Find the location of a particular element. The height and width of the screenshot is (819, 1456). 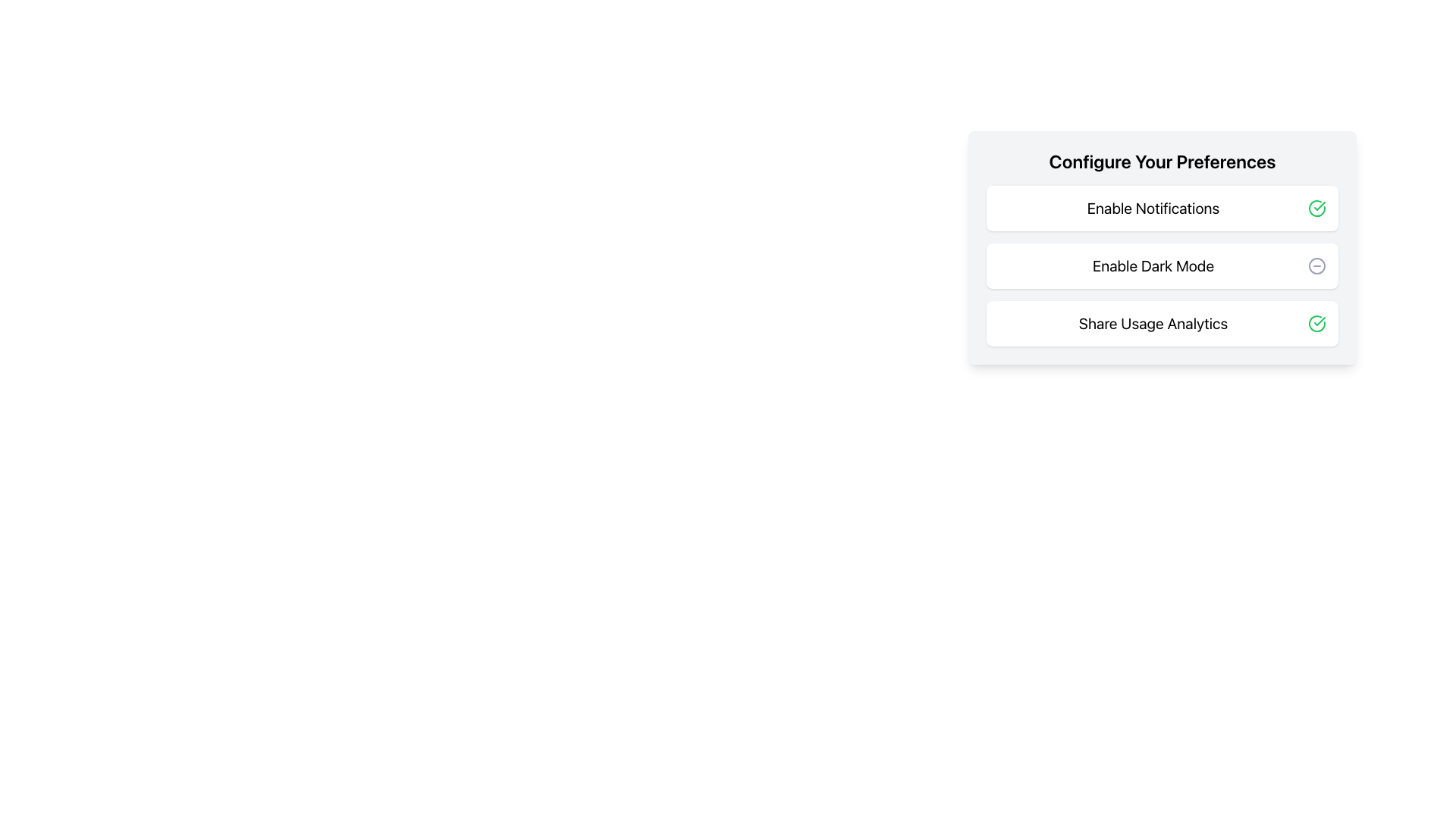

the outer circle of the SVG graphic associated with the 'Enable Dark Mode' label located on the second row of options is located at coordinates (1316, 265).